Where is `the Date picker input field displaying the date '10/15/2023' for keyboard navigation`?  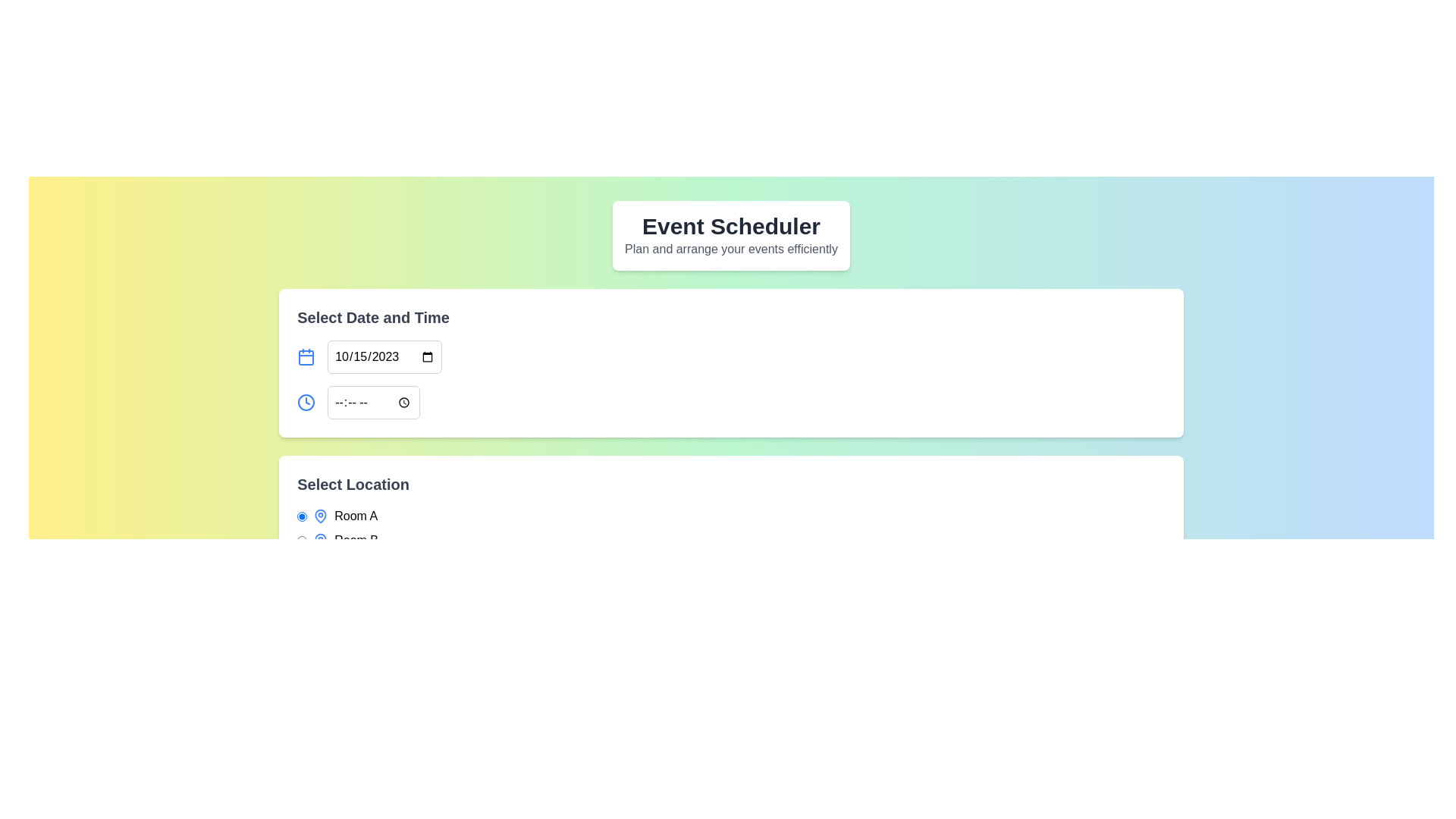 the Date picker input field displaying the date '10/15/2023' for keyboard navigation is located at coordinates (384, 356).